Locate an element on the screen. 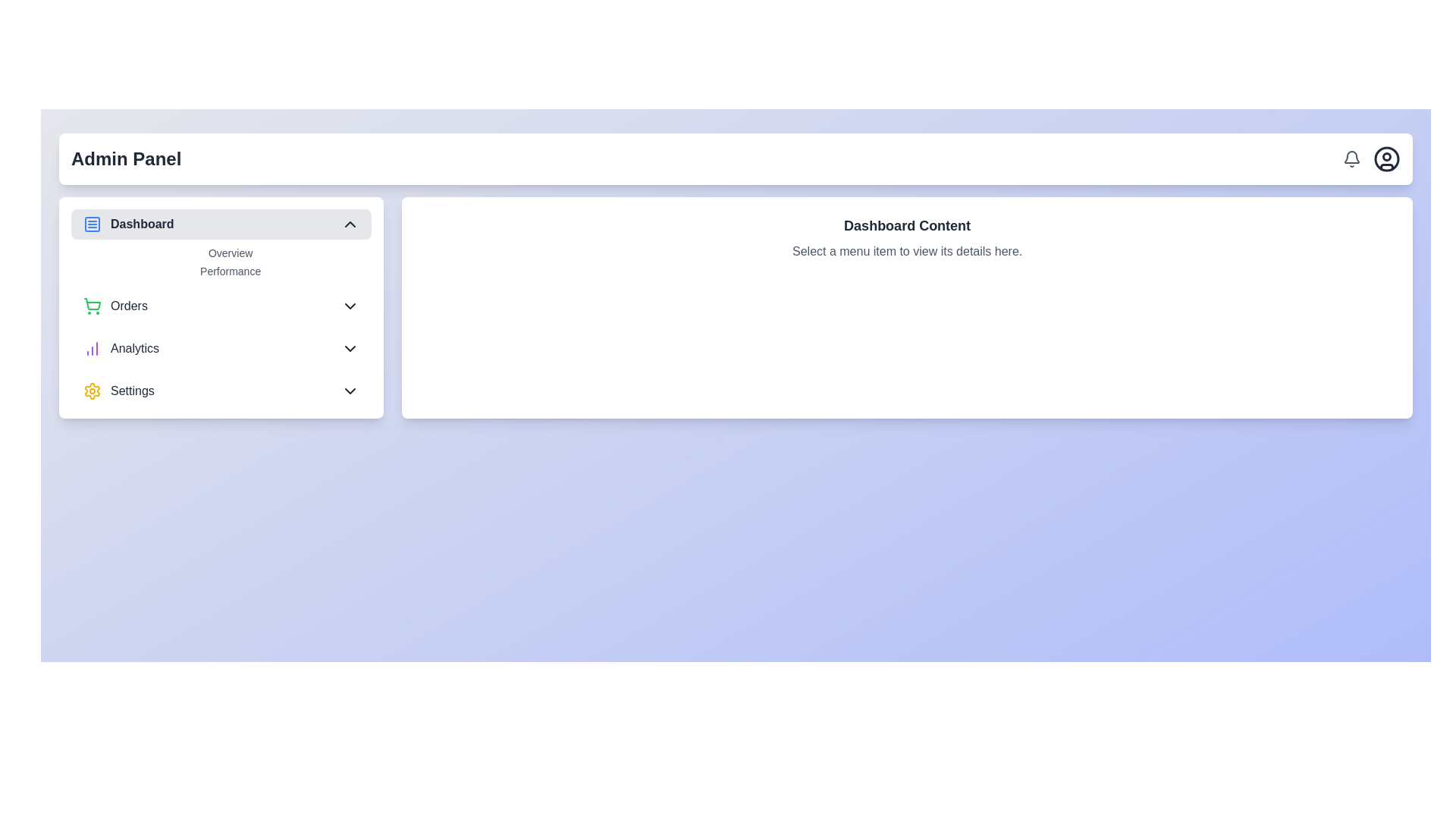  the 'Overview' option in the collapsible 'Dashboard' menu located on the left-hand sidebar of the admin panel interface is located at coordinates (221, 262).